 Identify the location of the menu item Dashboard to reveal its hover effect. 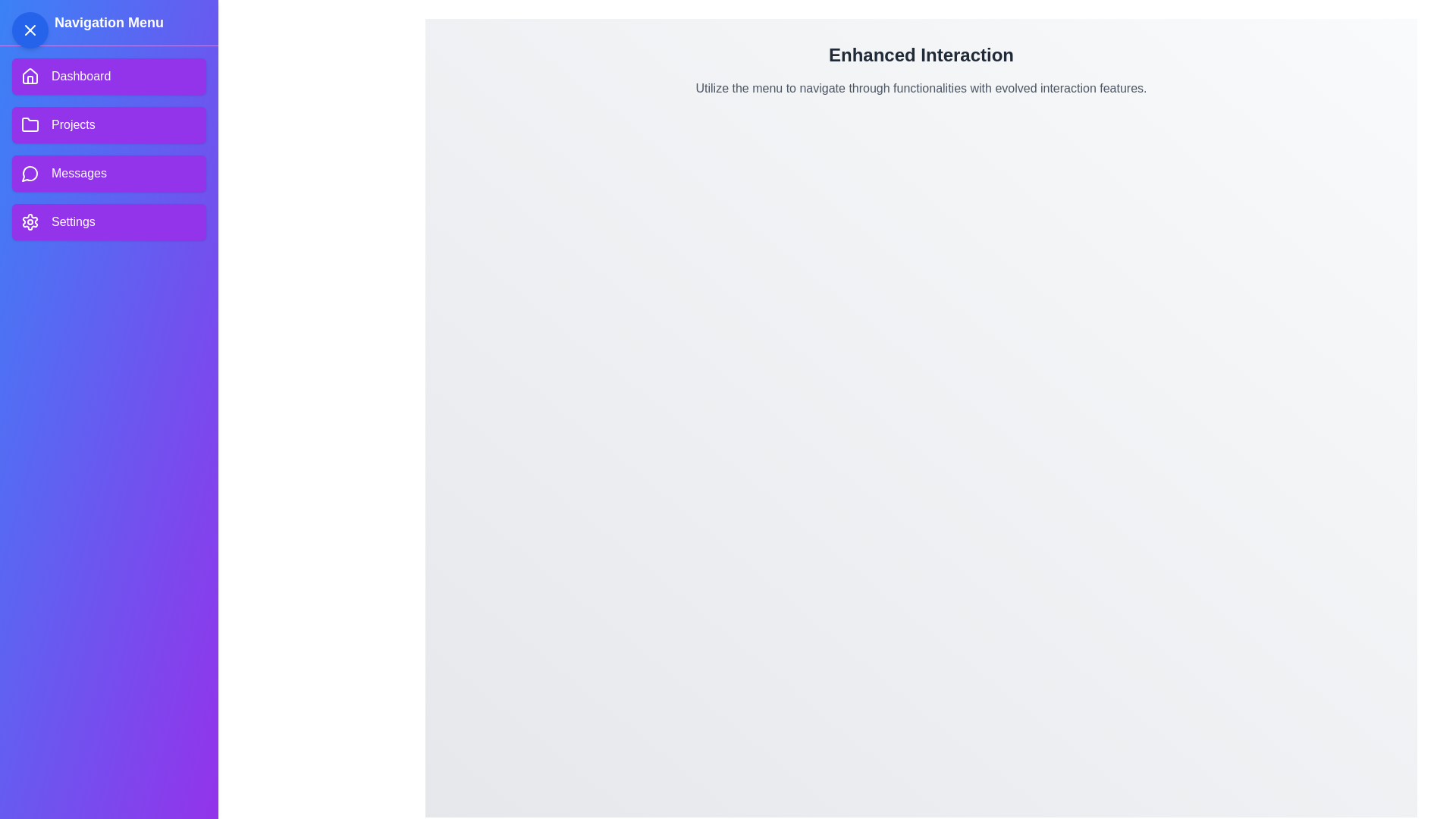
(108, 76).